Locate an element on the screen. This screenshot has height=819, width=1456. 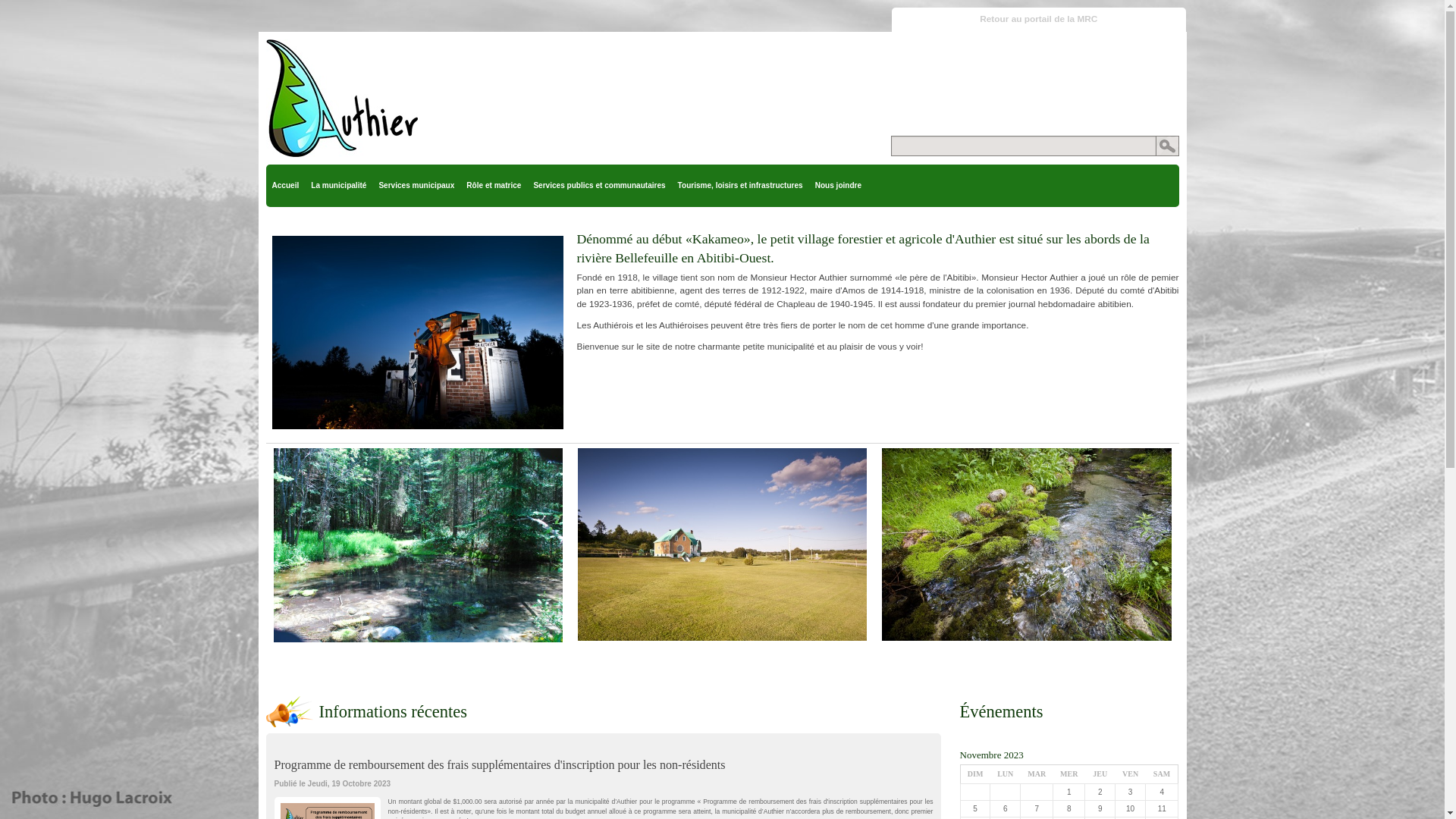
'Tourisme, loisirs et infrastructures' is located at coordinates (740, 185).